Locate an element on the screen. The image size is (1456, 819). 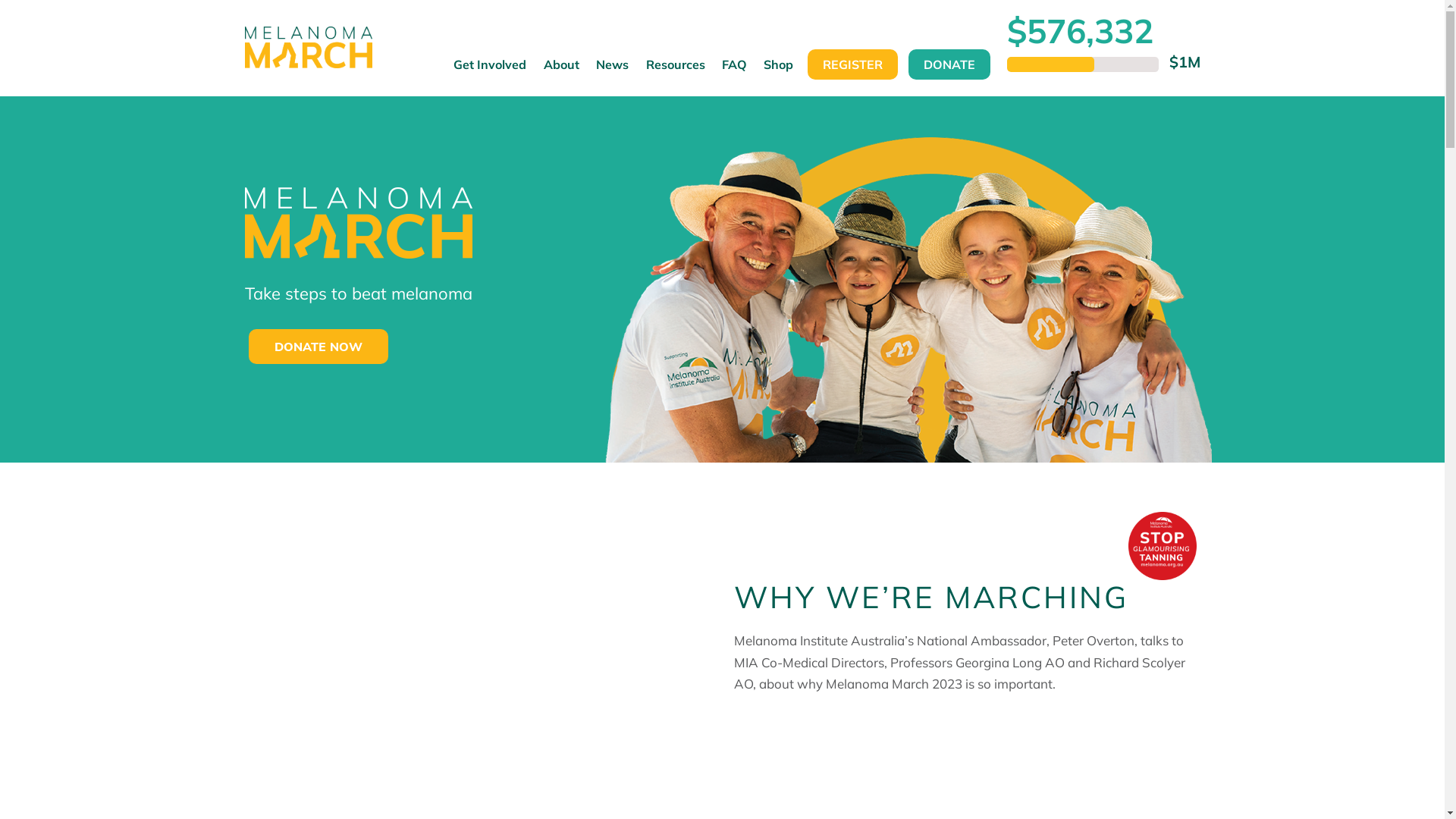
'$576,332' is located at coordinates (1079, 30).